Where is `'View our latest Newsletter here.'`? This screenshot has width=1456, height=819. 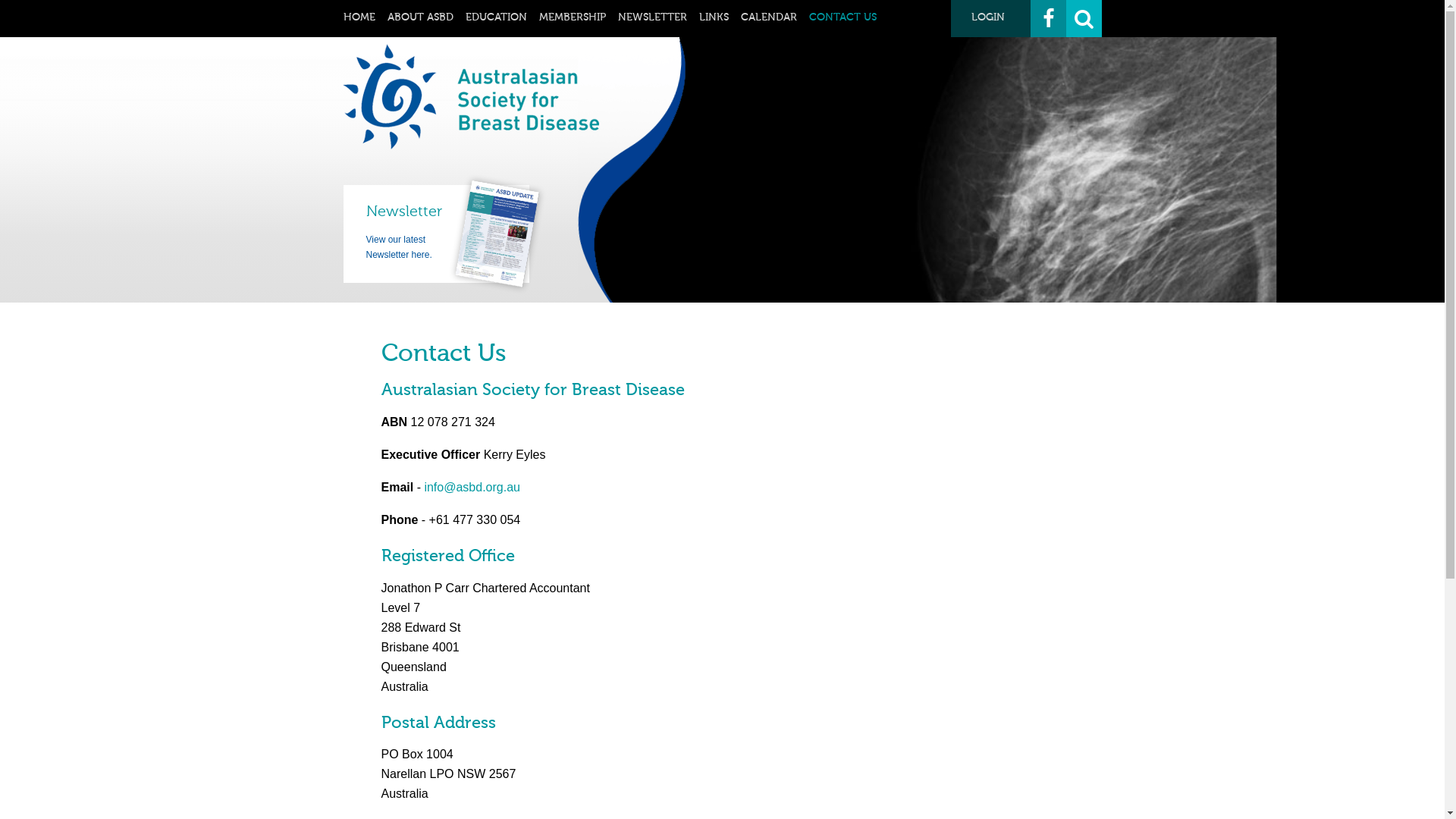
'View our latest Newsletter here.' is located at coordinates (398, 246).